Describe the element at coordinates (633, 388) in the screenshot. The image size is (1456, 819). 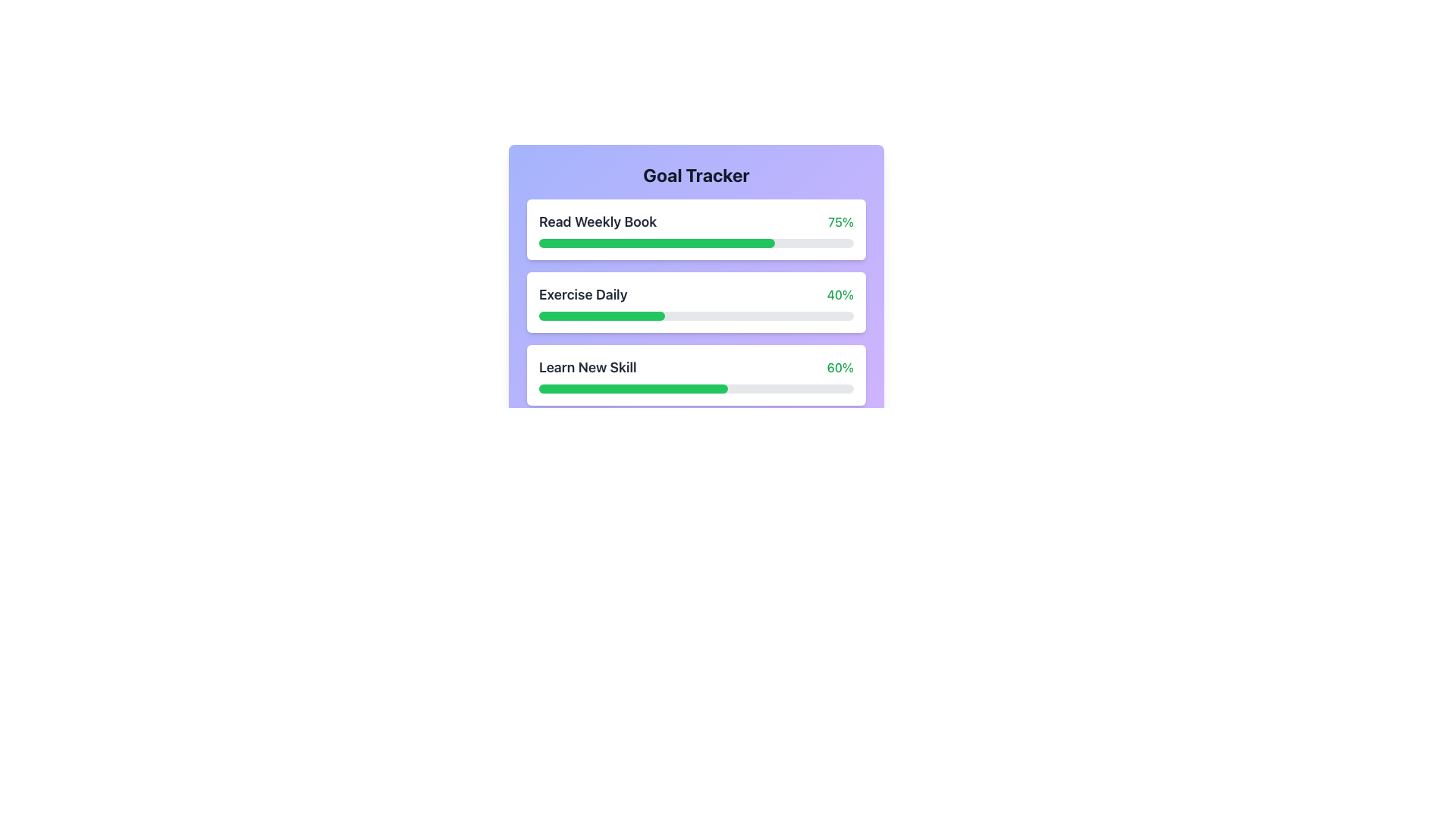
I see `the completion status of the green progress bar located in the 'Learn New Skill' section of the goal tracker interface, which is currently filled to 60%` at that location.